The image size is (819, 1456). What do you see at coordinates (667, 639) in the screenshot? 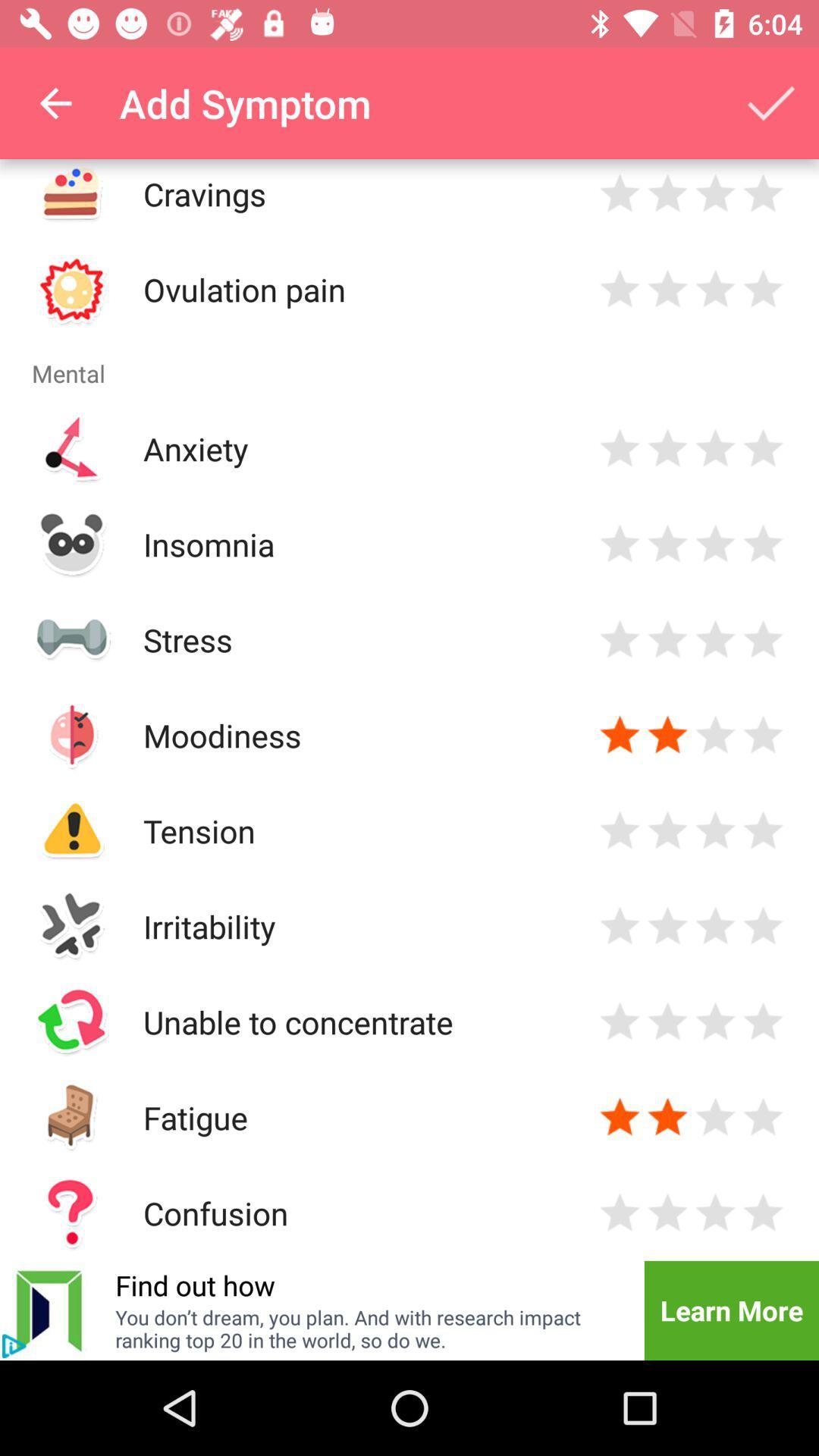
I see `rate stress level` at bounding box center [667, 639].